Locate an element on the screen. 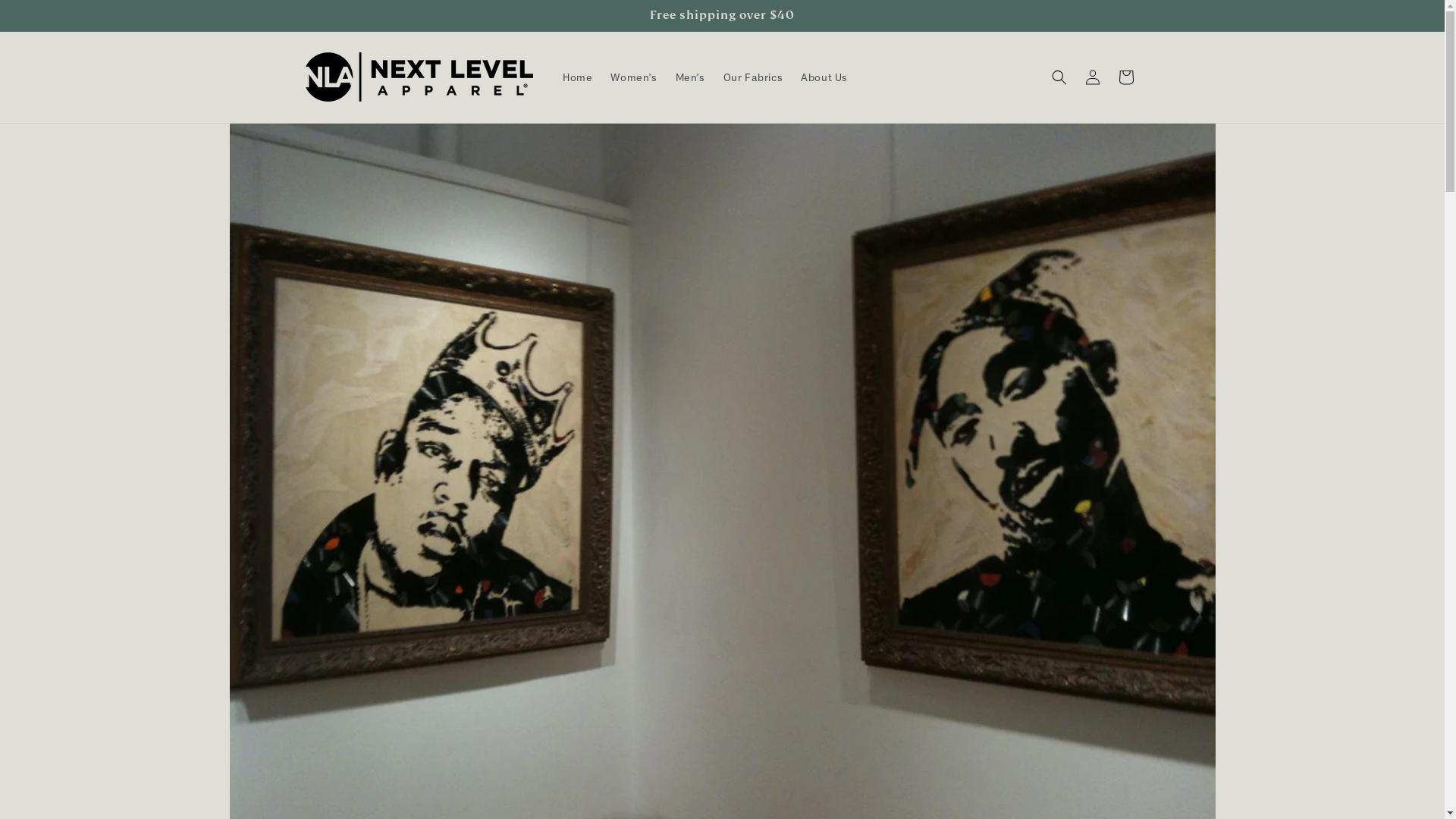 The width and height of the screenshot is (1456, 819). 'Women's' is located at coordinates (633, 77).